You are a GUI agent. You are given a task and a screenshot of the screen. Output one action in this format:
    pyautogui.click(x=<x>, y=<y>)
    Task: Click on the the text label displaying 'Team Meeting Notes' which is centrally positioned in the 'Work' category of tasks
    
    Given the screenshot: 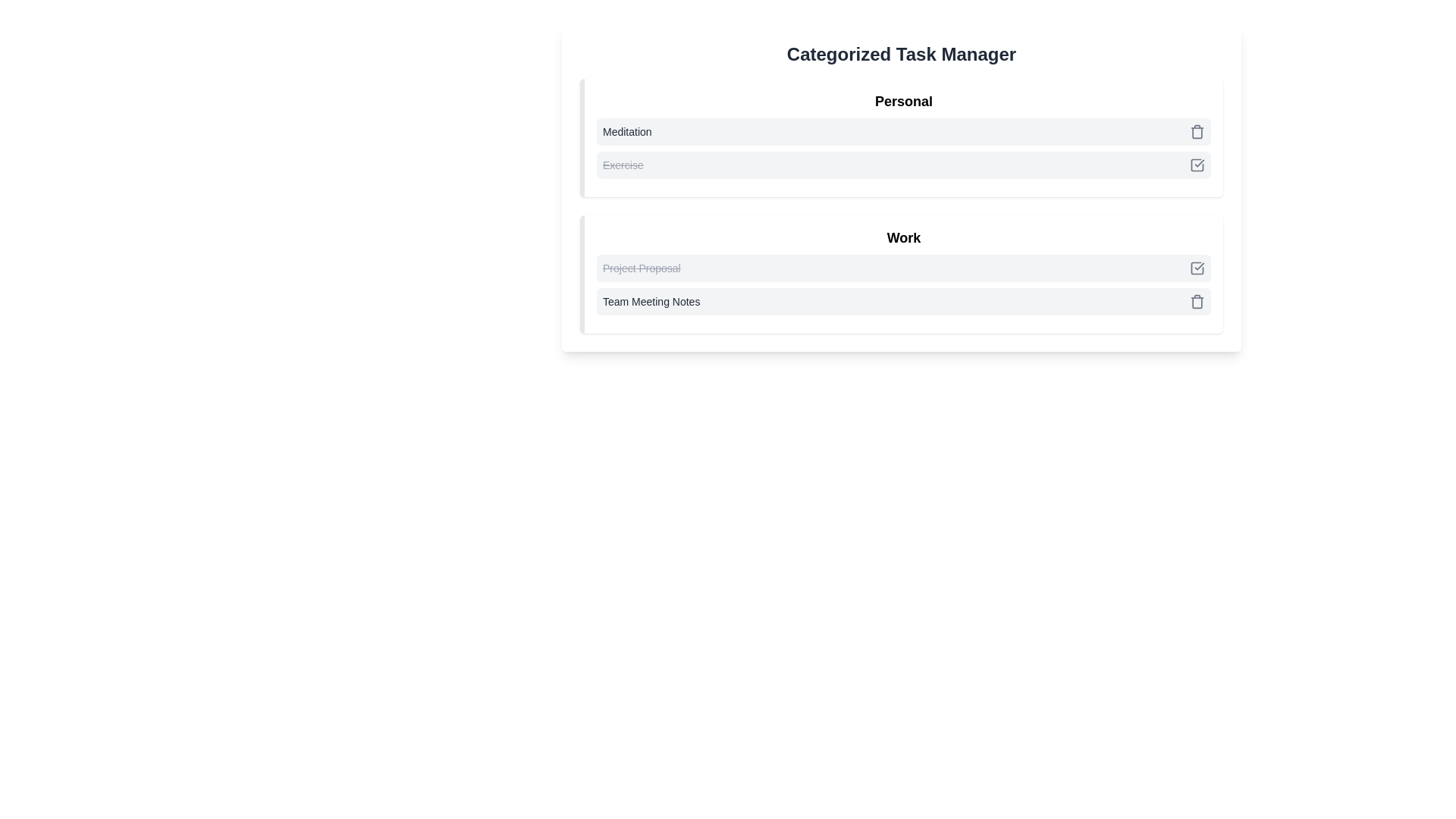 What is the action you would take?
    pyautogui.click(x=651, y=301)
    